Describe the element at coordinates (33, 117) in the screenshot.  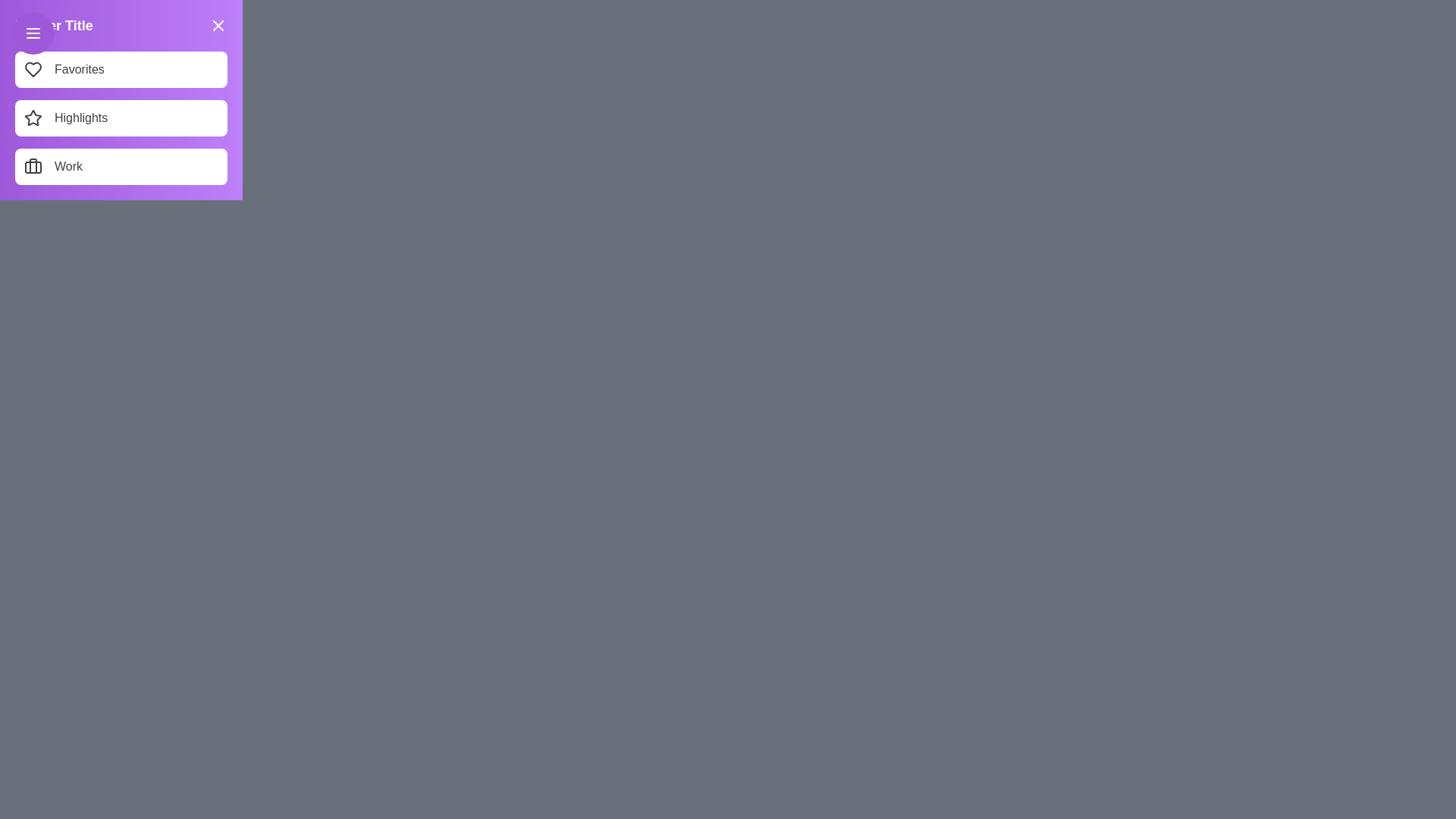
I see `the 'Highlights' menu icon, which is the second icon in the vertical stack of three options, located directly under 'Favorites' and above 'Work'` at that location.